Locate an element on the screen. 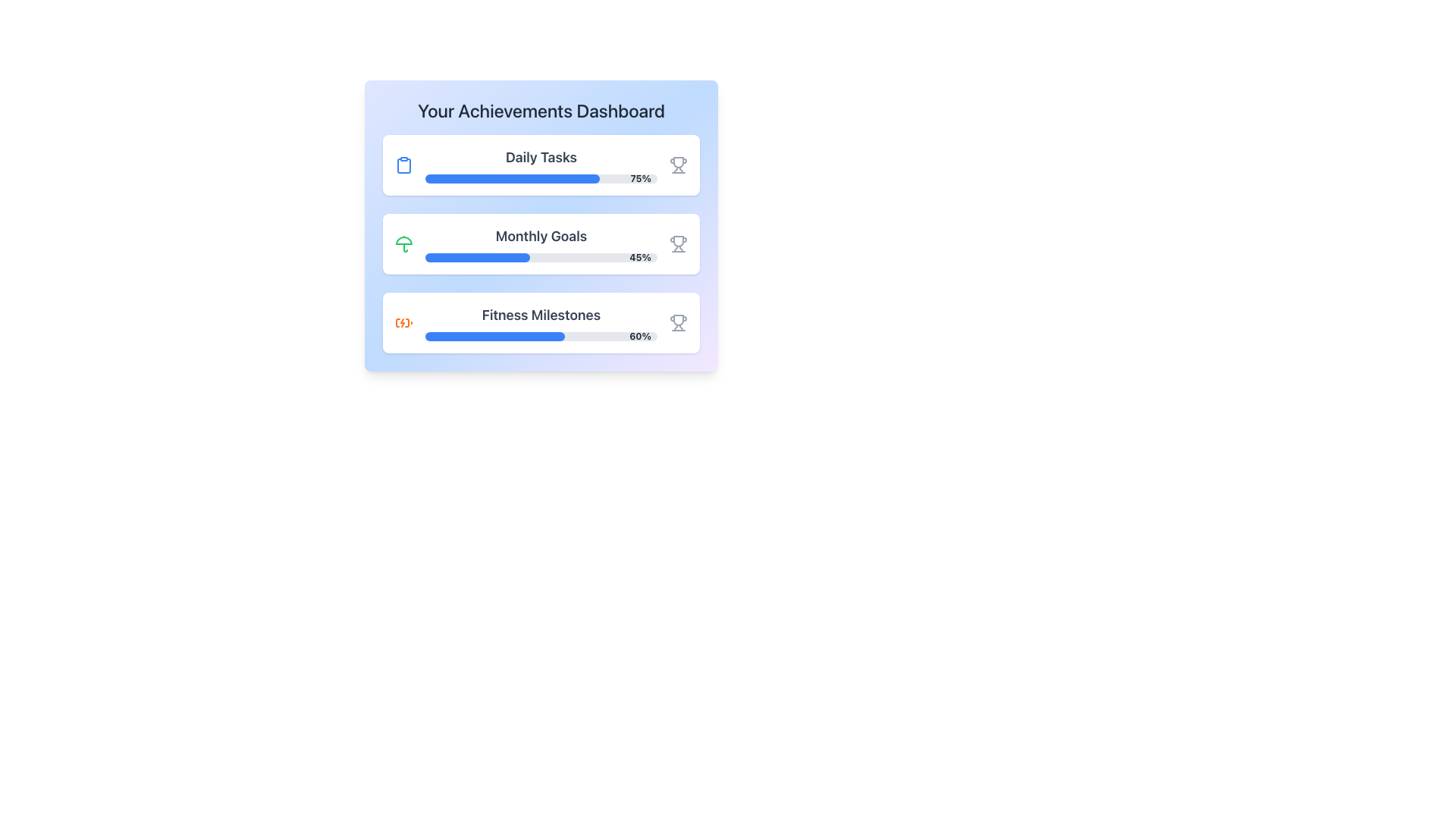 This screenshot has width=1456, height=819. the progress bars within the central dashboard panel that provides a summary of various goals or tasks is located at coordinates (541, 225).